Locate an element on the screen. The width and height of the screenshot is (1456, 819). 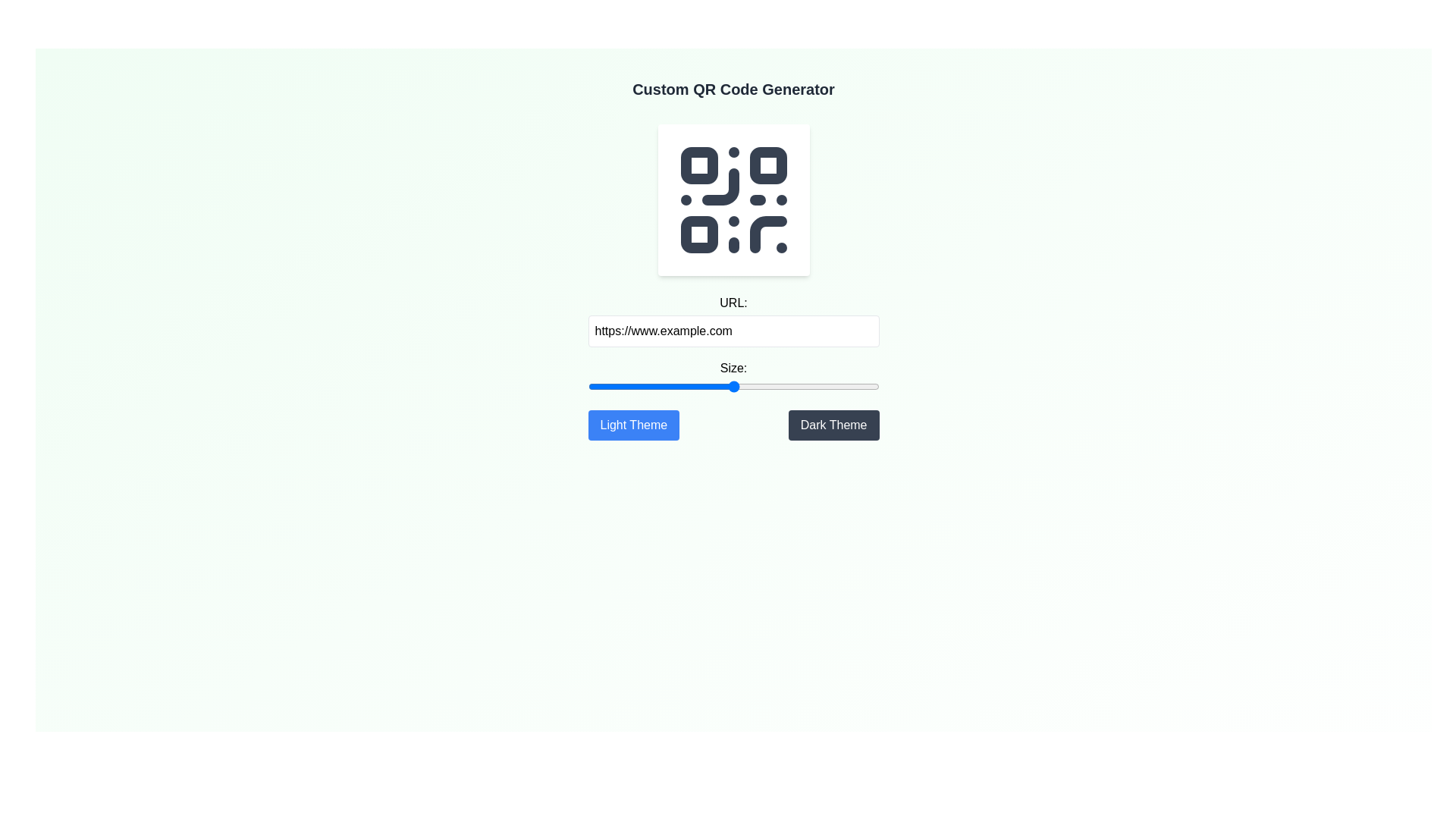
the third square of the QR code located near the bottom-left quadrant for scanning purposes is located at coordinates (698, 234).